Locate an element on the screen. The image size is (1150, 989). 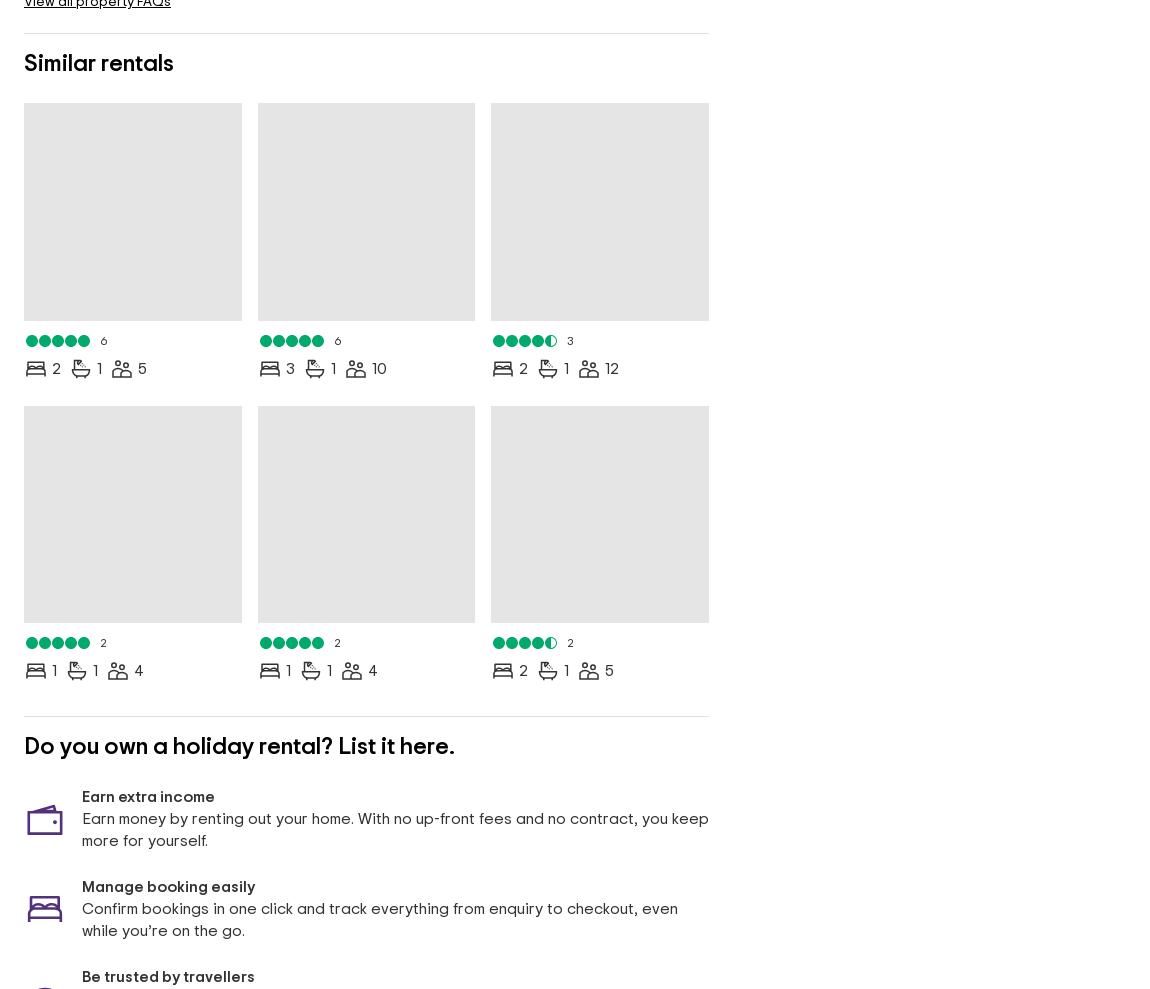
'12' is located at coordinates (611, 367).